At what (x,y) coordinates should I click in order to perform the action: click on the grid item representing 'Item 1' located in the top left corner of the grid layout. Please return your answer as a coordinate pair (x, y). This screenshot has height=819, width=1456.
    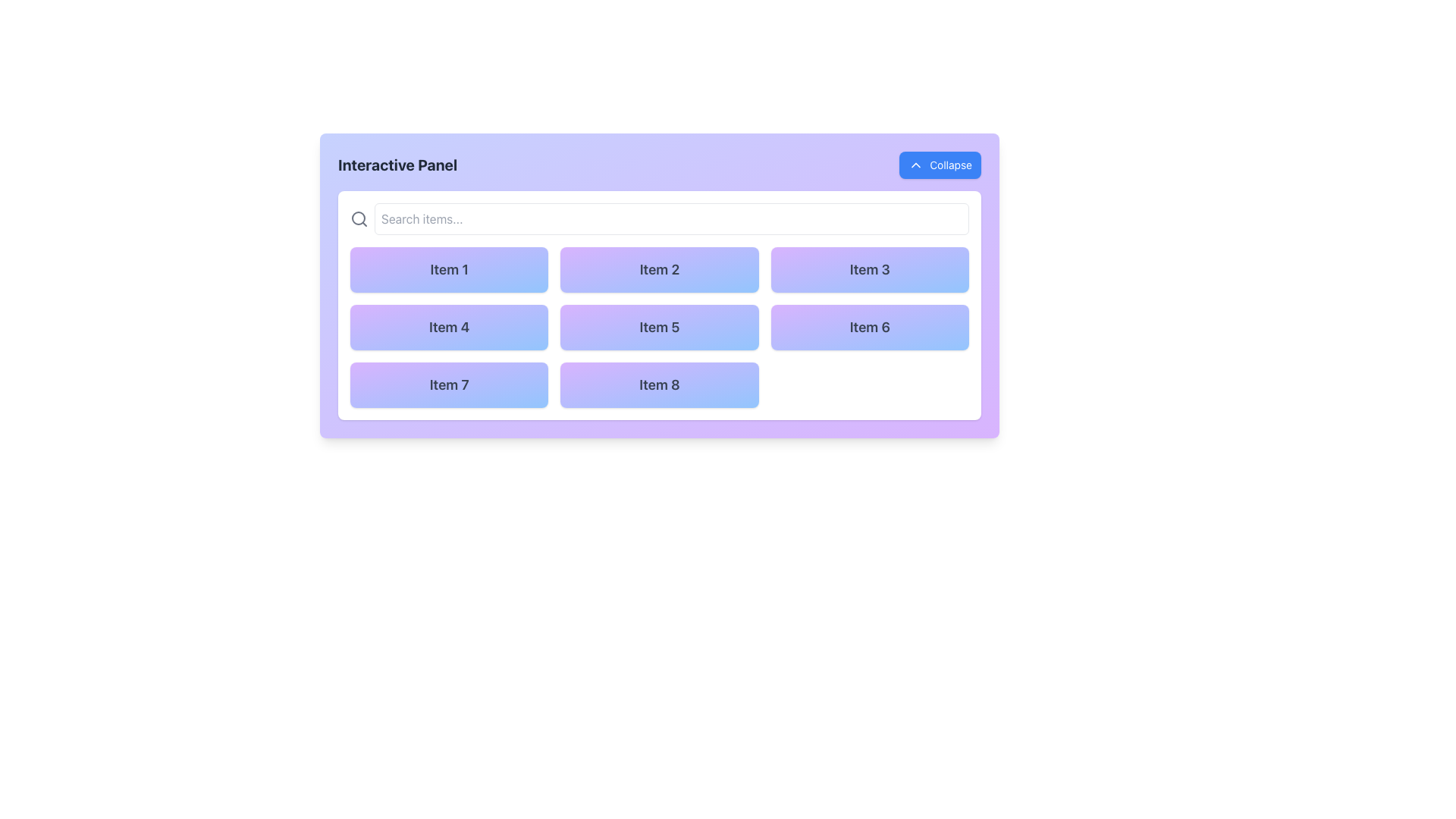
    Looking at the image, I should click on (448, 268).